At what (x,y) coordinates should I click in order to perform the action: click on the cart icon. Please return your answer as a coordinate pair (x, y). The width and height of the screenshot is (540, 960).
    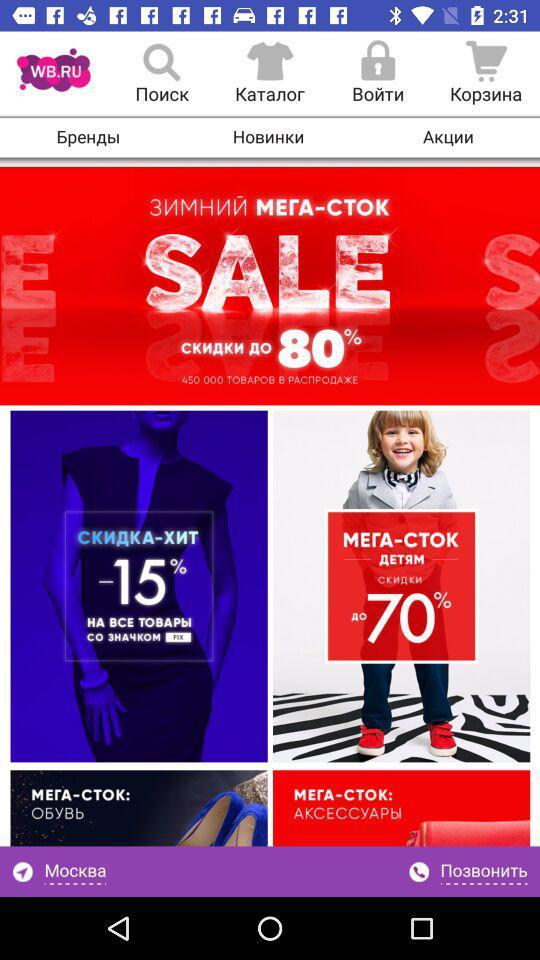
    Looking at the image, I should click on (485, 73).